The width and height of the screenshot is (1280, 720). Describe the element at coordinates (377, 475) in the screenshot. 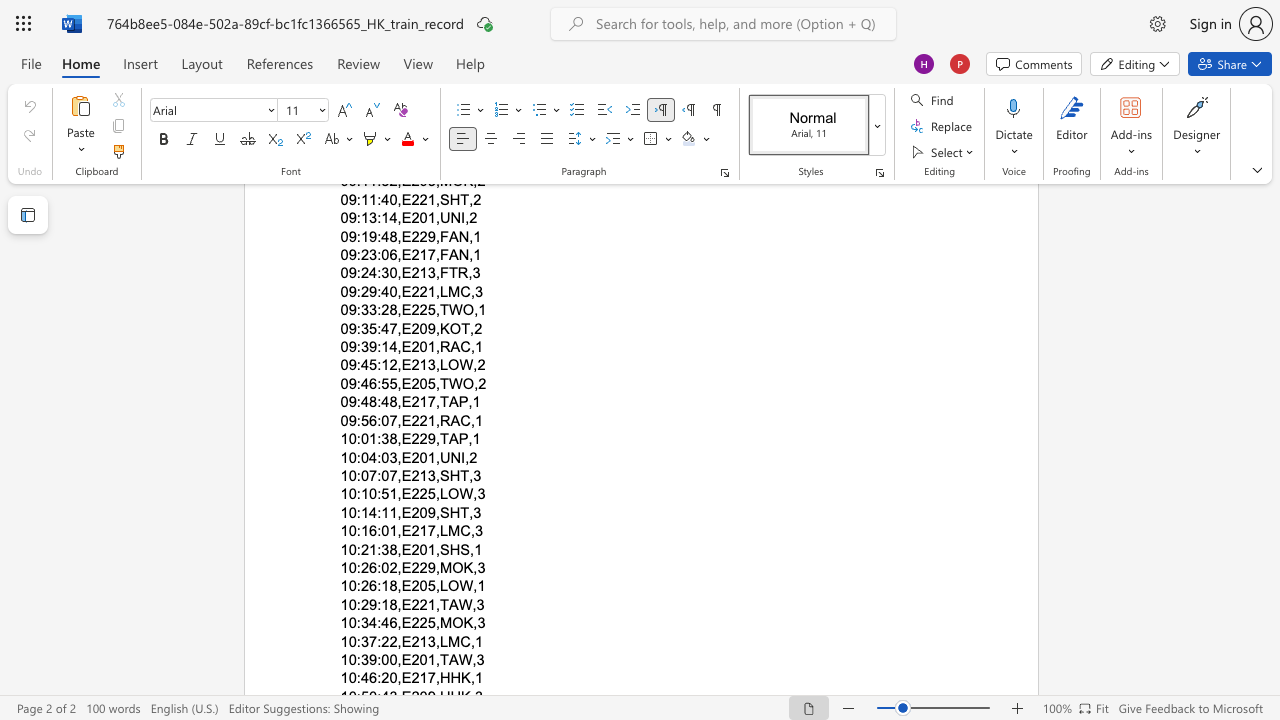

I see `the subset text ":0" within the text "10:07:07,E213,SHT,3"` at that location.